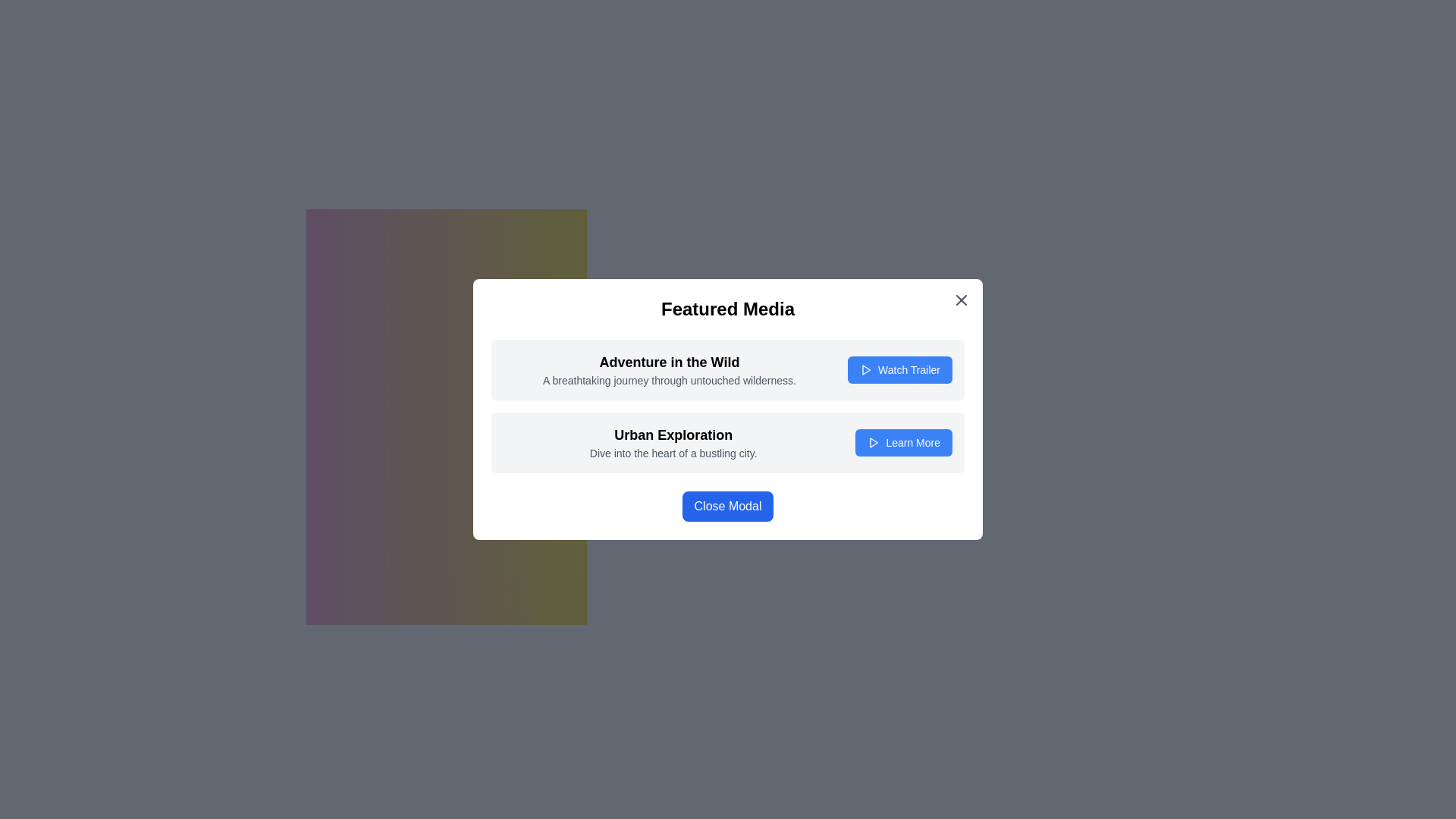 This screenshot has height=819, width=1456. I want to click on the close button located in the top-right corner of the modal dialog, so click(960, 300).